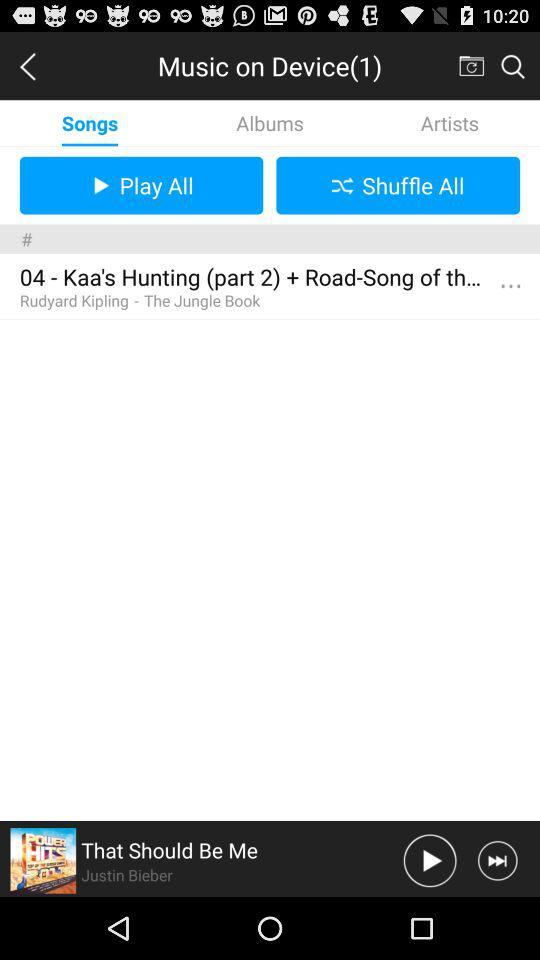 This screenshot has width=540, height=960. I want to click on the refresh icon, so click(470, 70).